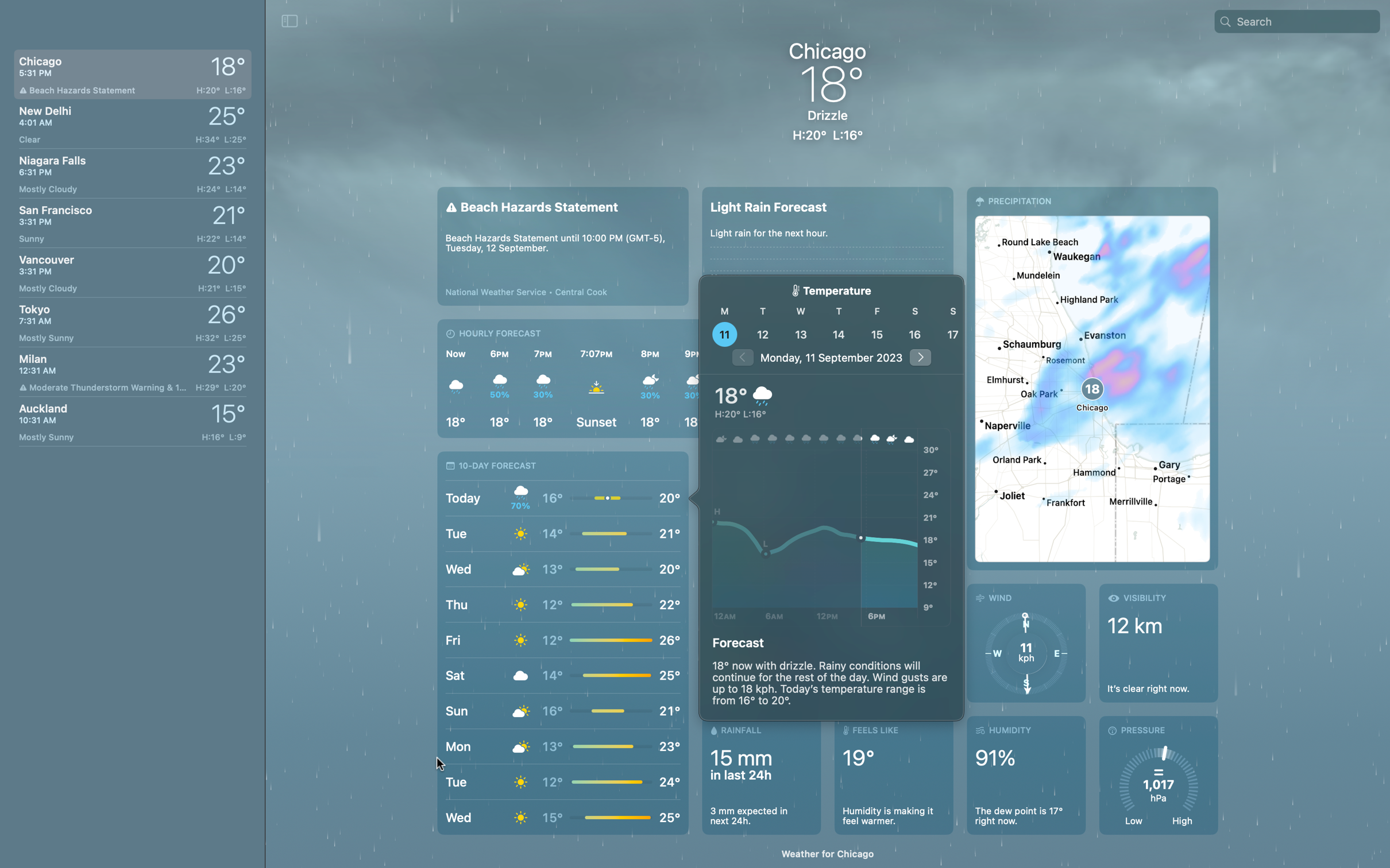  What do you see at coordinates (919, 356) in the screenshot?
I see `What is the weather after 5 days by clicking arrow buttons` at bounding box center [919, 356].